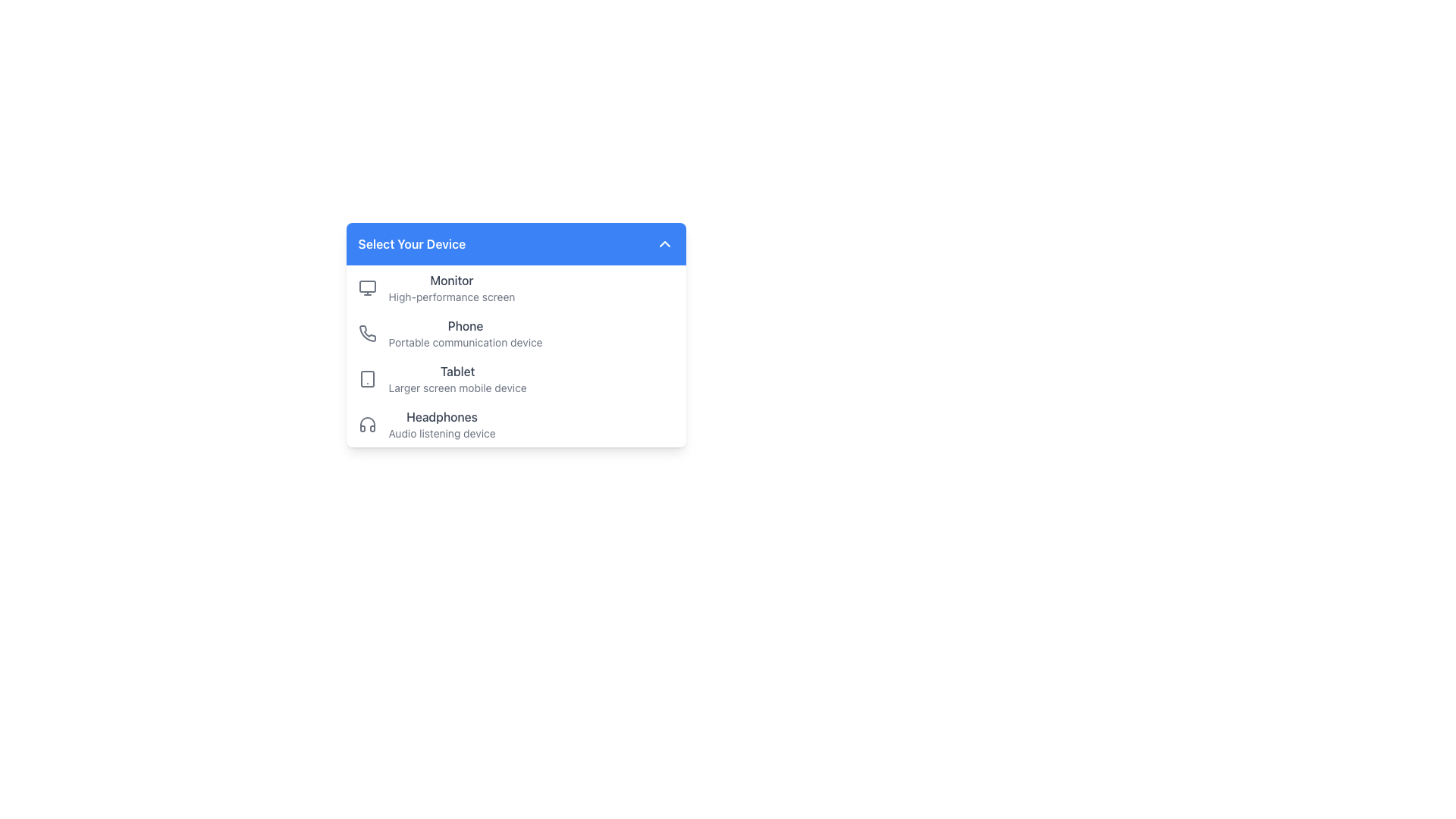 This screenshot has height=819, width=1456. What do you see at coordinates (664, 243) in the screenshot?
I see `the toggle icon located on the far right side of the 'Select Your Device' section header` at bounding box center [664, 243].